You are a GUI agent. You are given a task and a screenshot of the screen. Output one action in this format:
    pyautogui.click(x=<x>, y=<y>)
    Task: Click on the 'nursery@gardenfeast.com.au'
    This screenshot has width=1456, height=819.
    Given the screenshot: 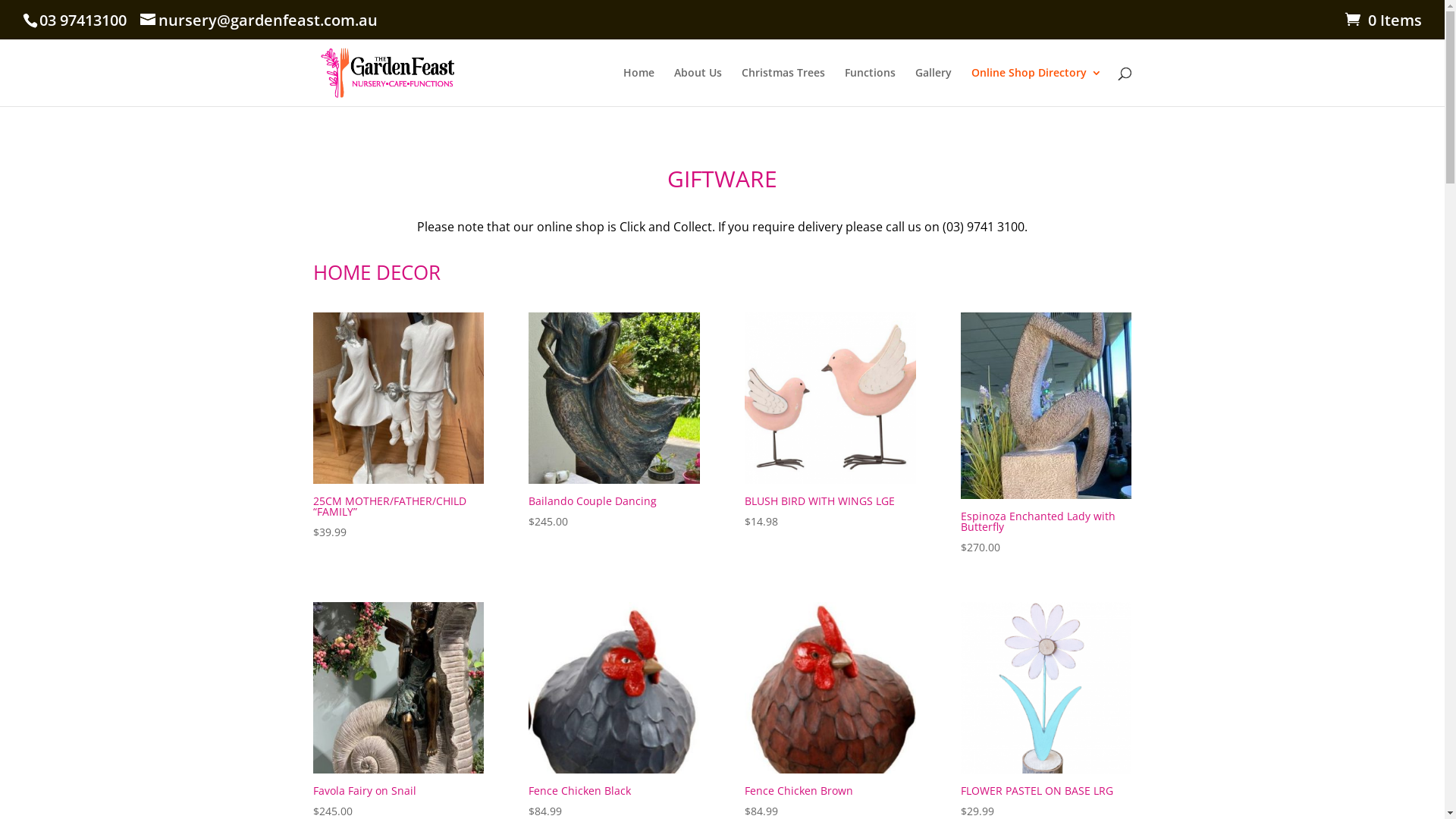 What is the action you would take?
    pyautogui.click(x=259, y=20)
    